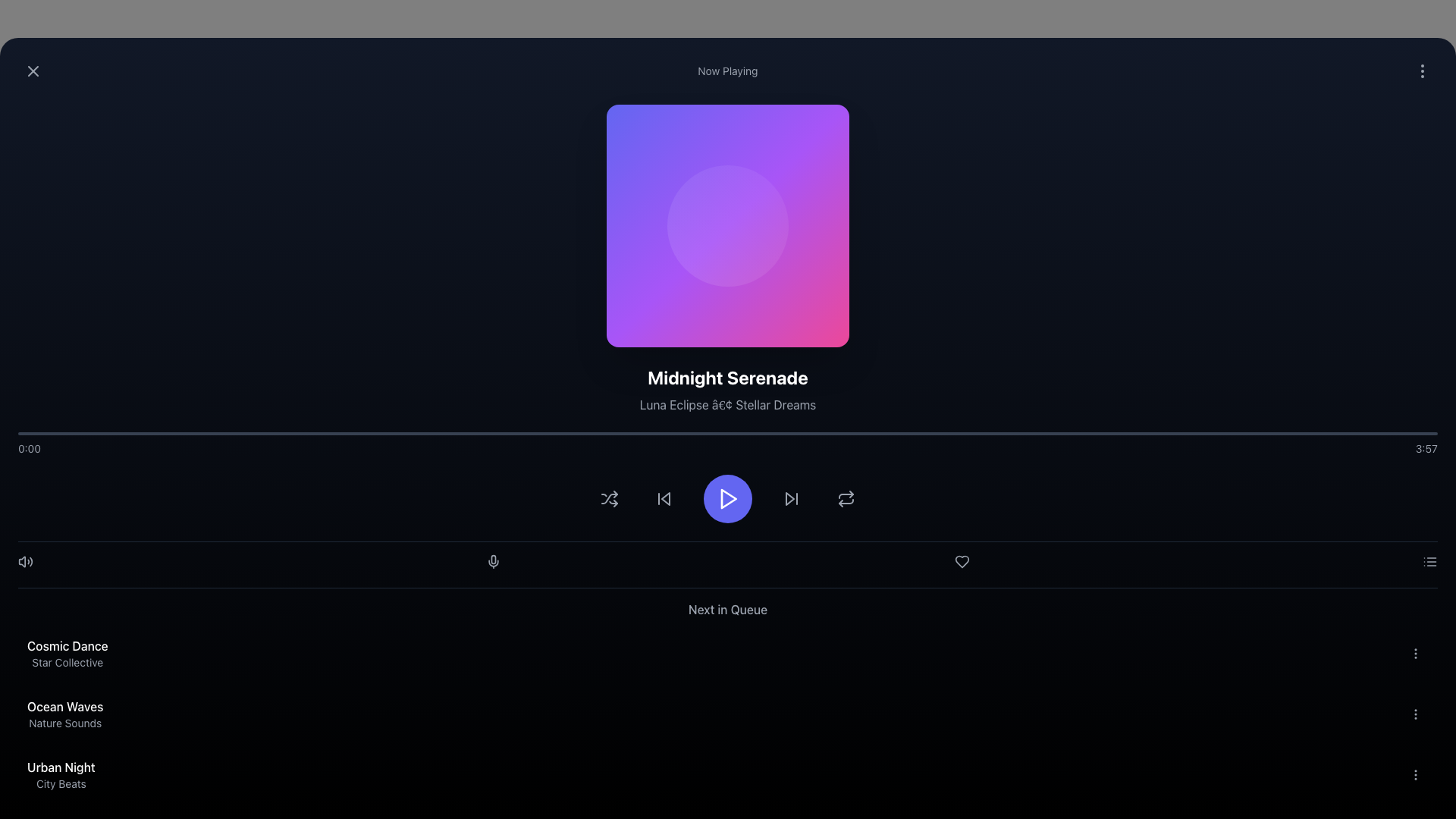  What do you see at coordinates (988, 433) in the screenshot?
I see `playback` at bounding box center [988, 433].